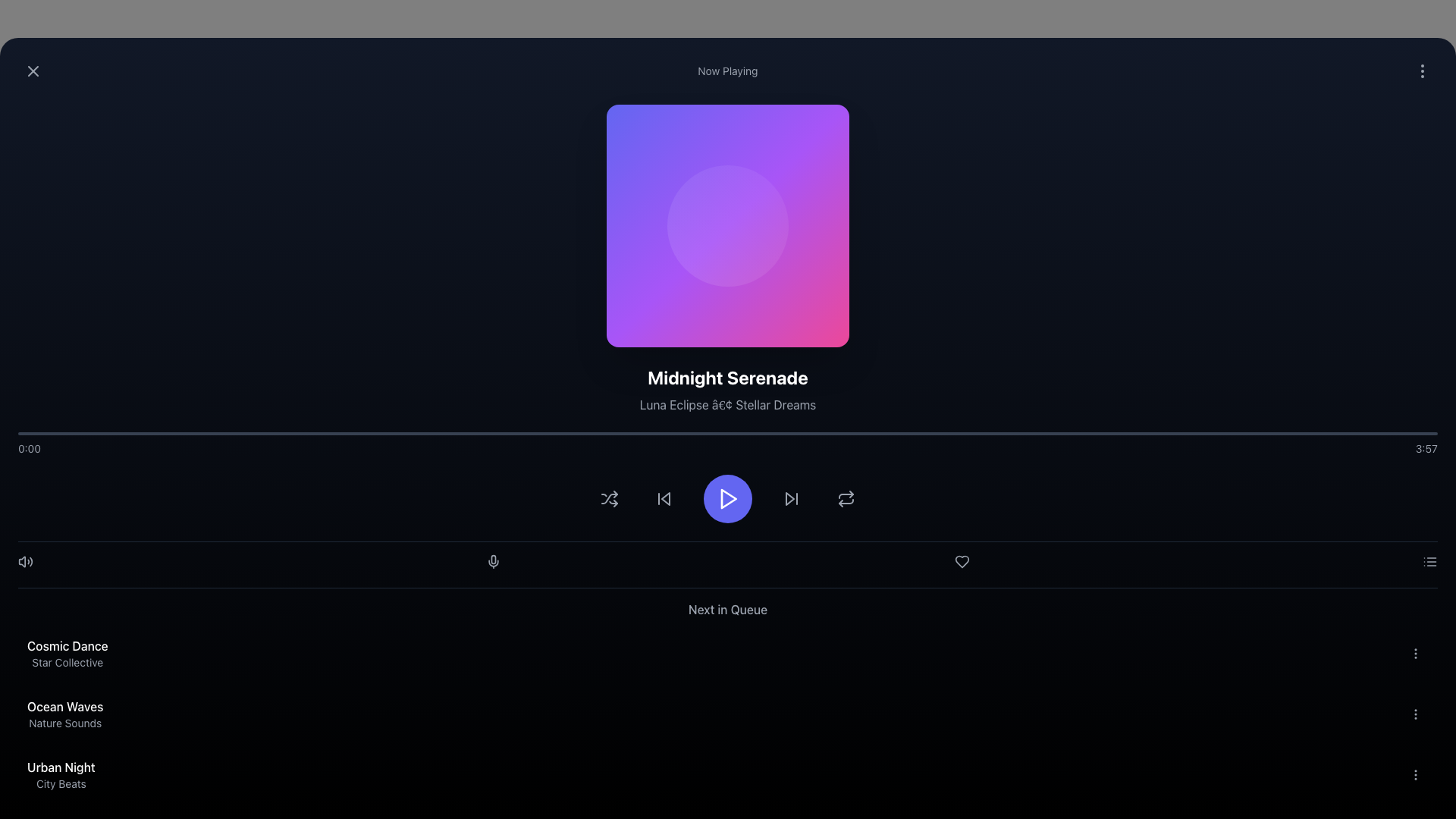  What do you see at coordinates (988, 433) in the screenshot?
I see `playback` at bounding box center [988, 433].